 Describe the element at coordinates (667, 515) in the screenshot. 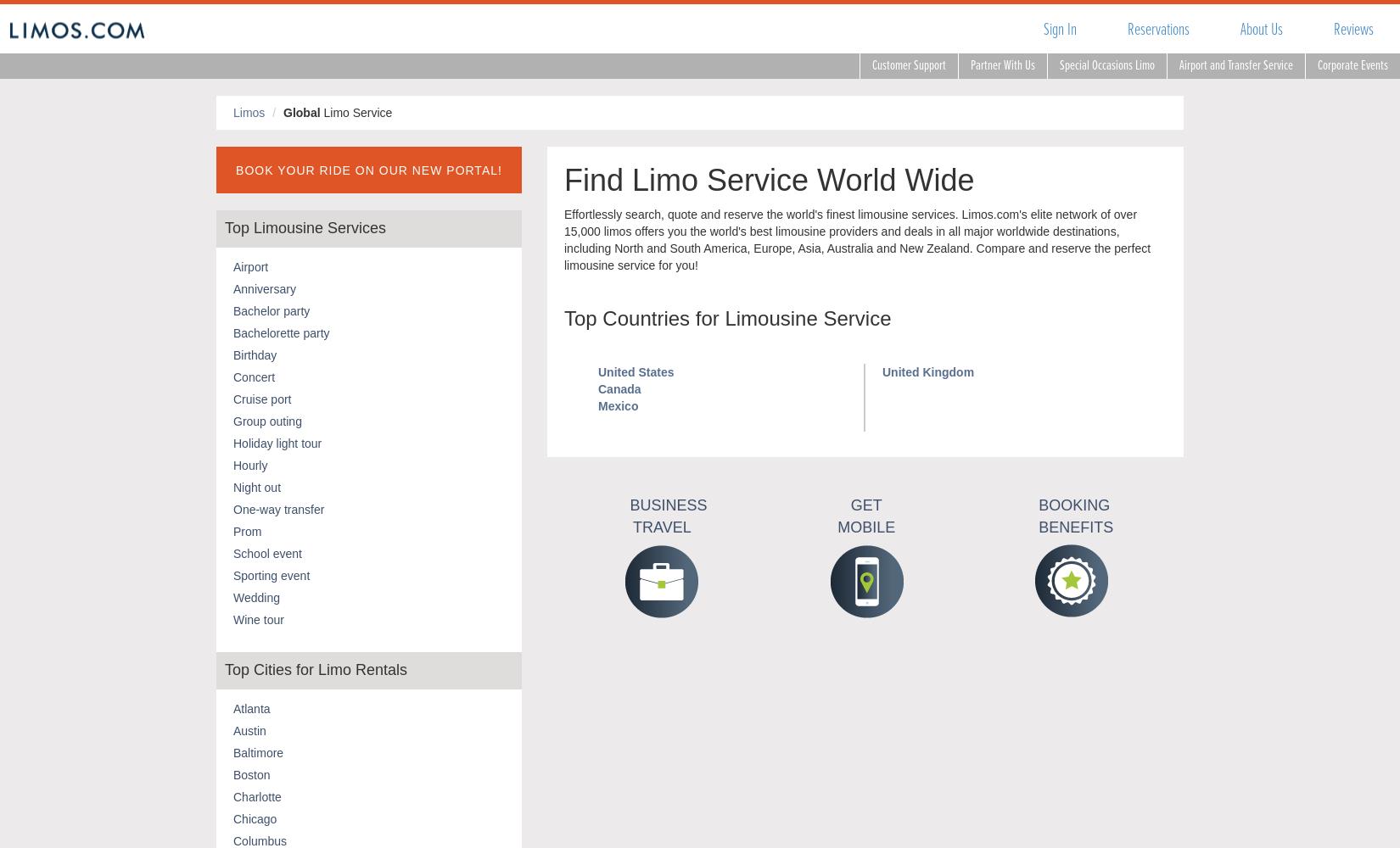

I see `'Business Travel'` at that location.